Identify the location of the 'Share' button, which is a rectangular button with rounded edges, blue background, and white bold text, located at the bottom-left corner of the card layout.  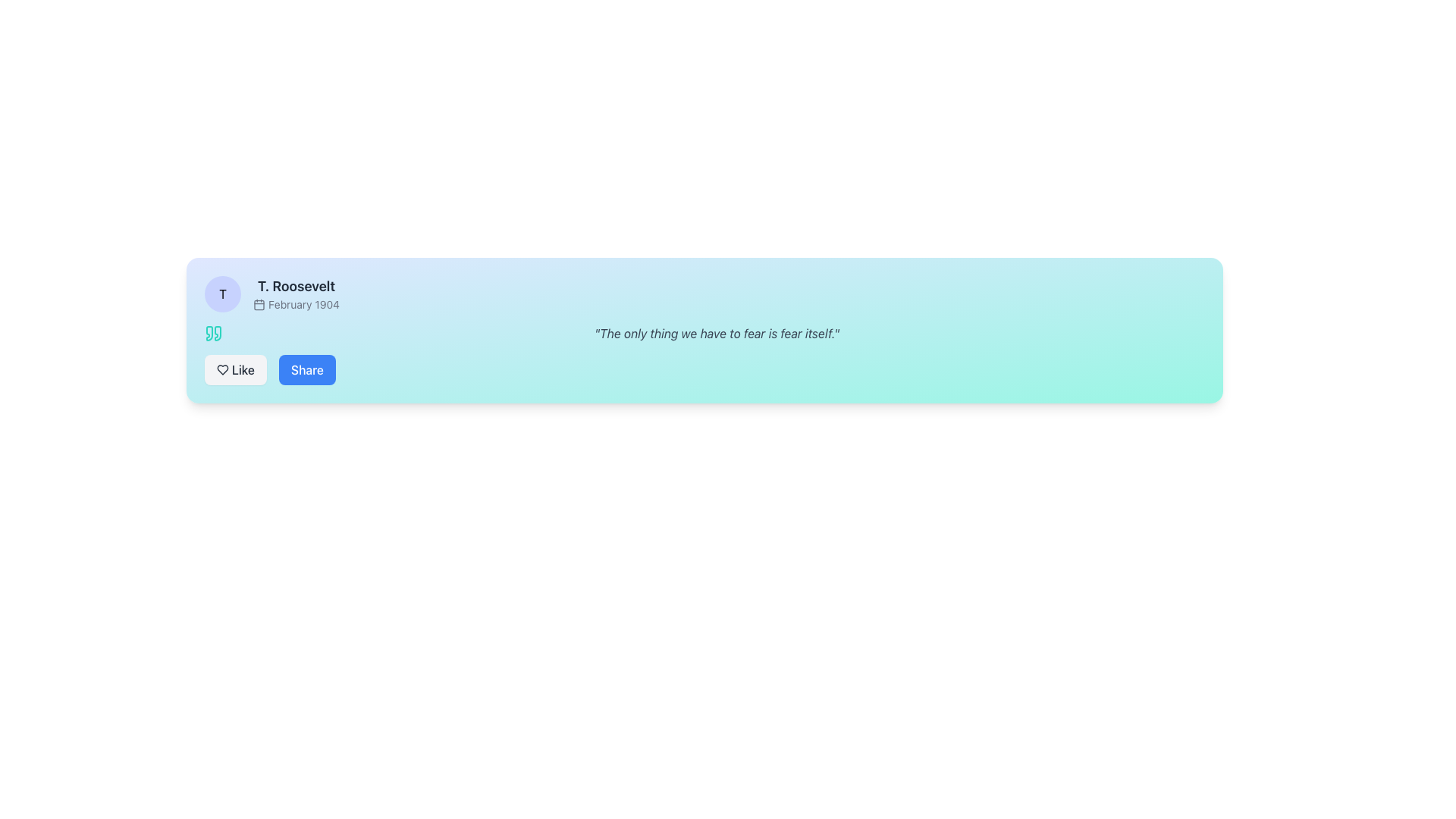
(306, 370).